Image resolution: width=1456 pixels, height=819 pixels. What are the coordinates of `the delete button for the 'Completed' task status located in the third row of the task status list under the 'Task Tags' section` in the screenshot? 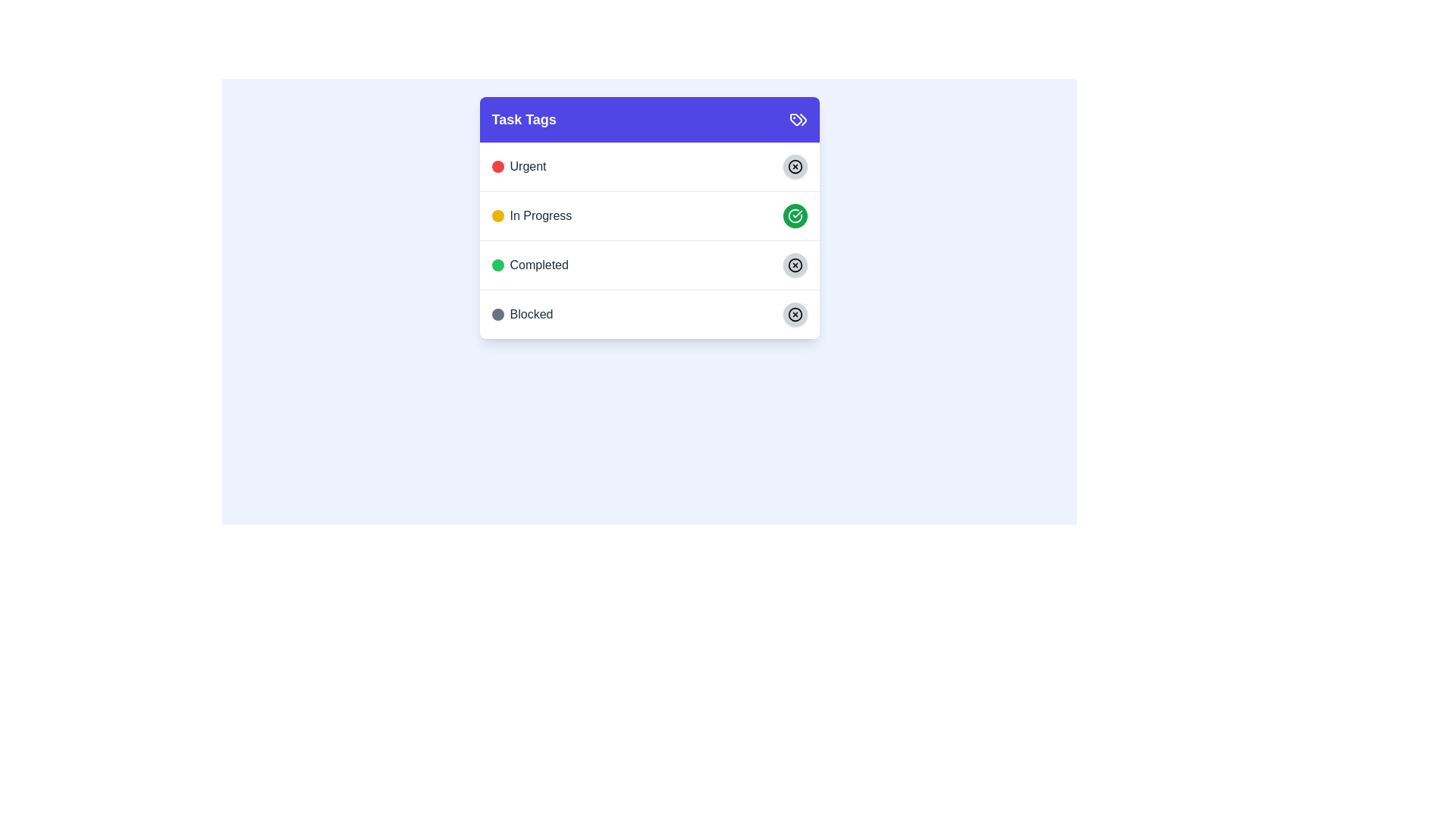 It's located at (794, 265).